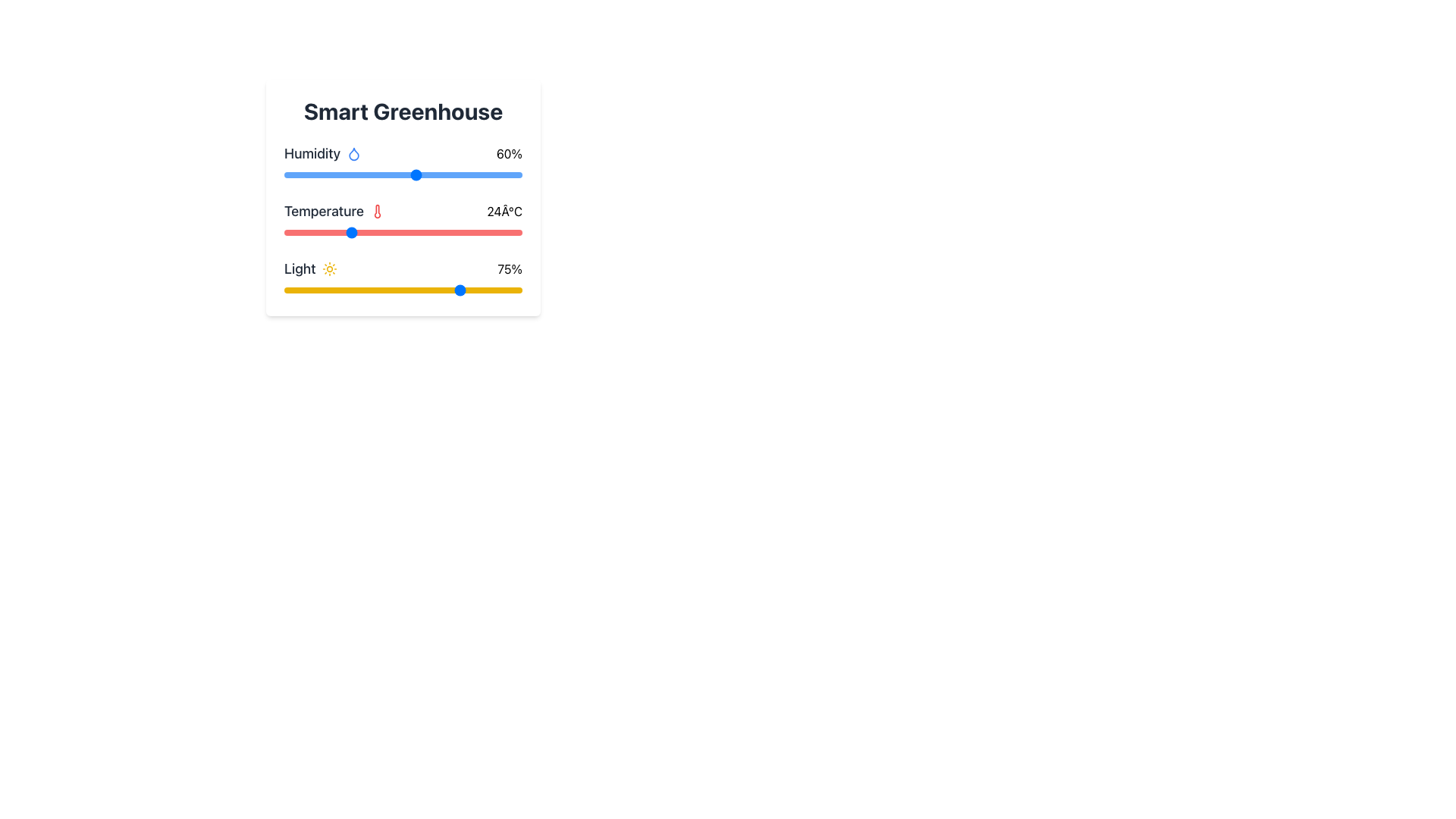  Describe the element at coordinates (347, 174) in the screenshot. I see `the Humidity slider` at that location.